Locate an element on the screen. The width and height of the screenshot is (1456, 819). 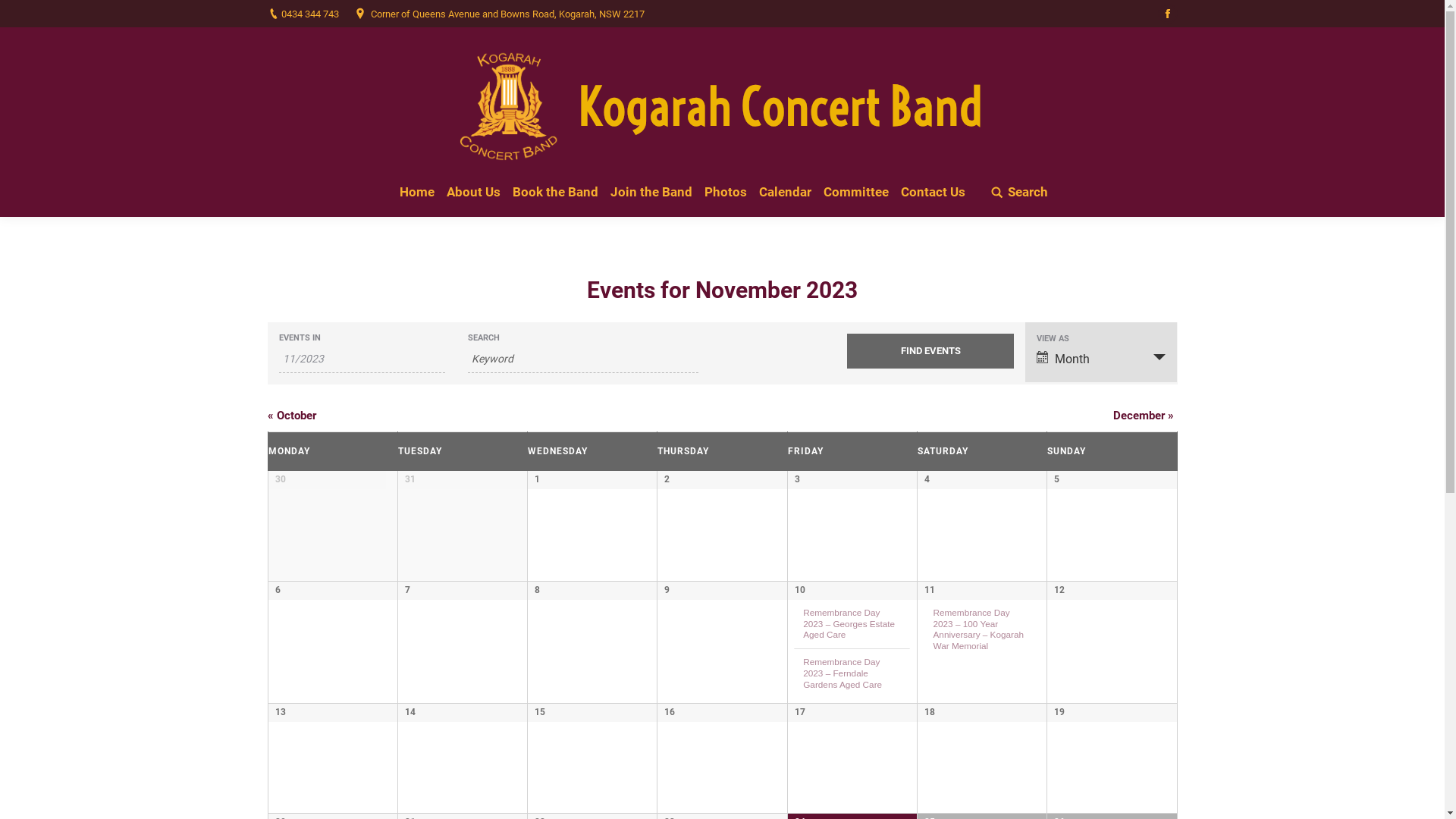
'Facebook' is located at coordinates (1156, 14).